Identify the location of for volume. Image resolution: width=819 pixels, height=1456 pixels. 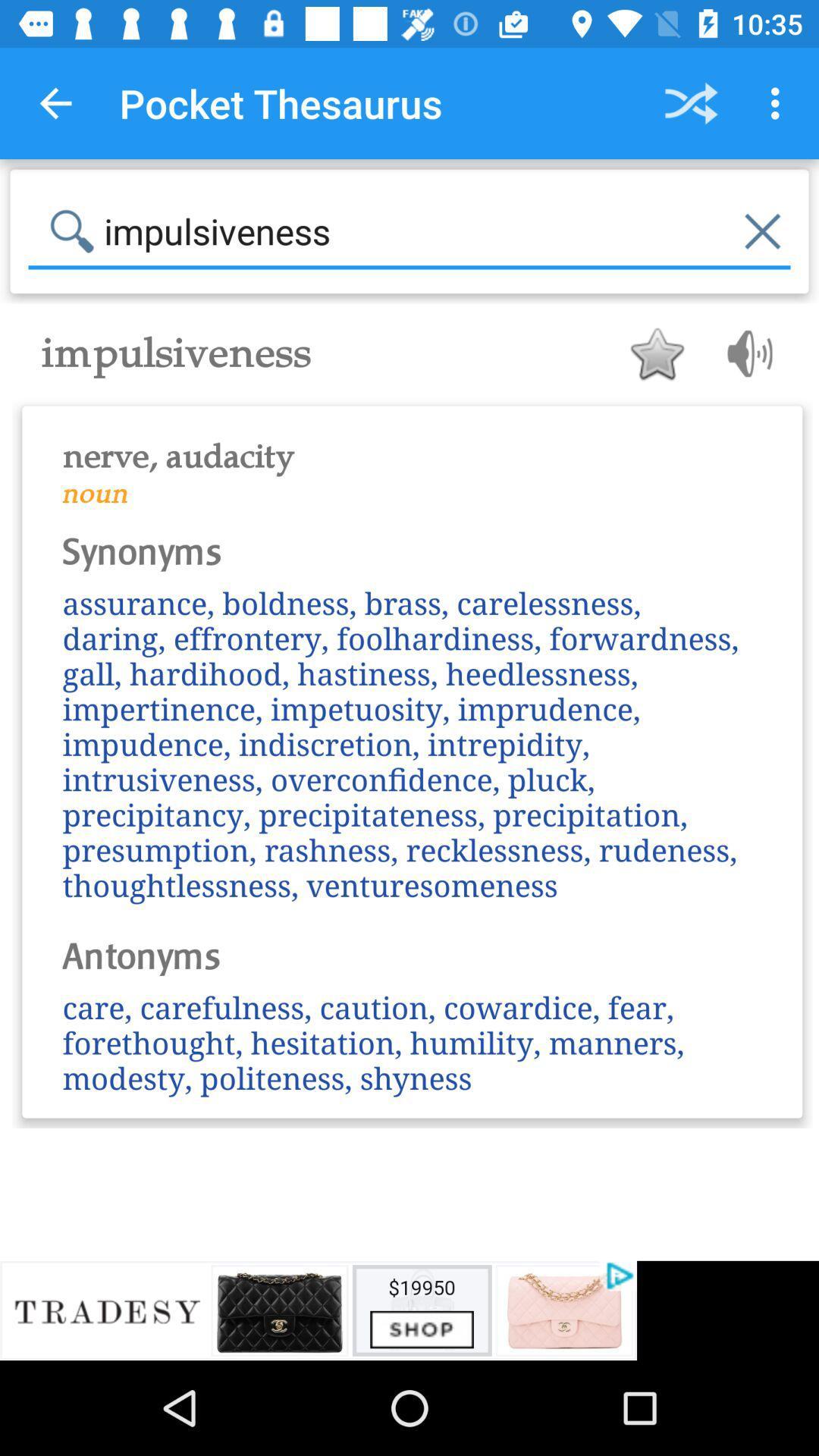
(744, 353).